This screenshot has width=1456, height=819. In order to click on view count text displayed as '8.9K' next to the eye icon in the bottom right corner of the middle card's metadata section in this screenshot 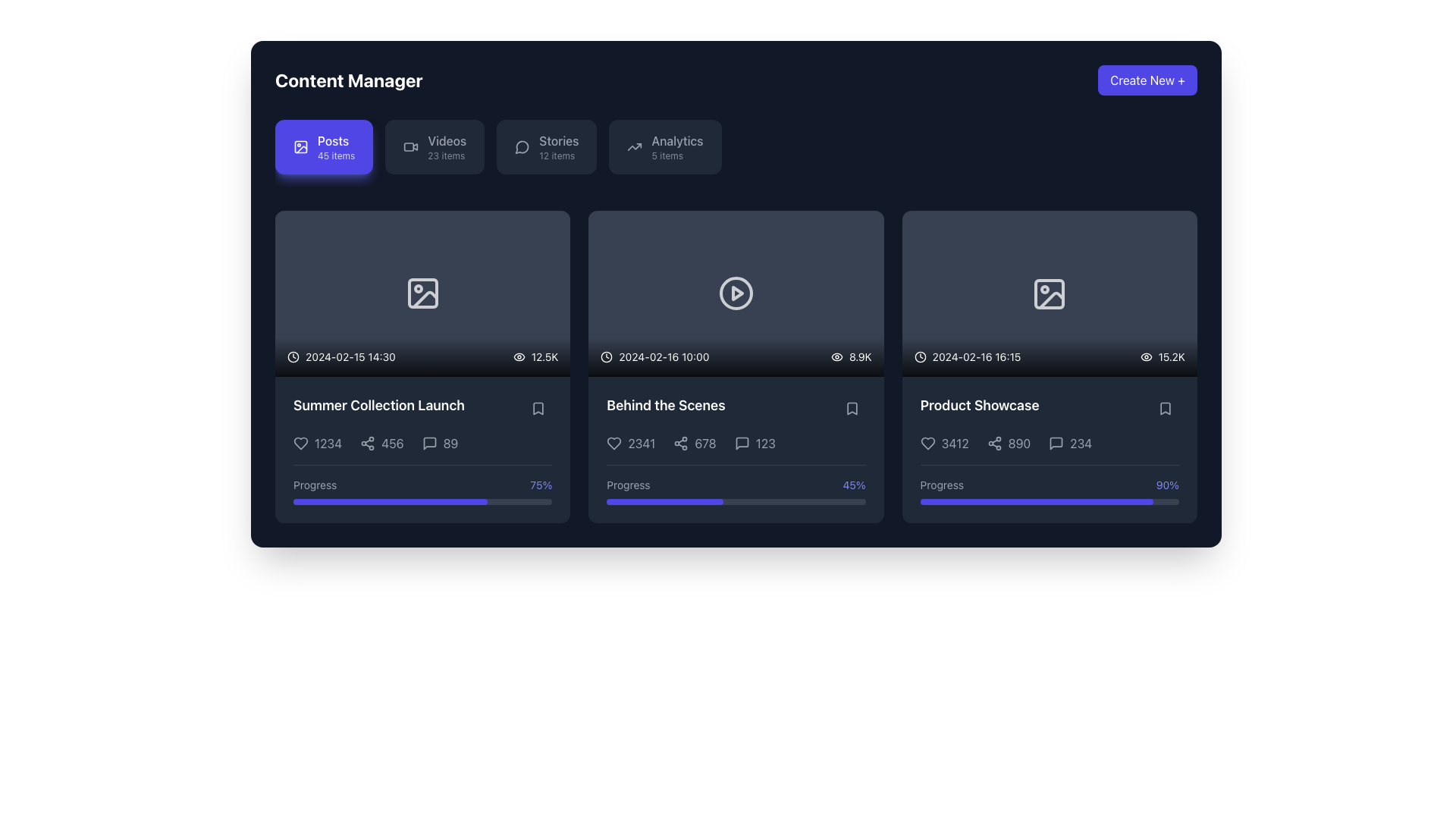, I will do `click(851, 356)`.